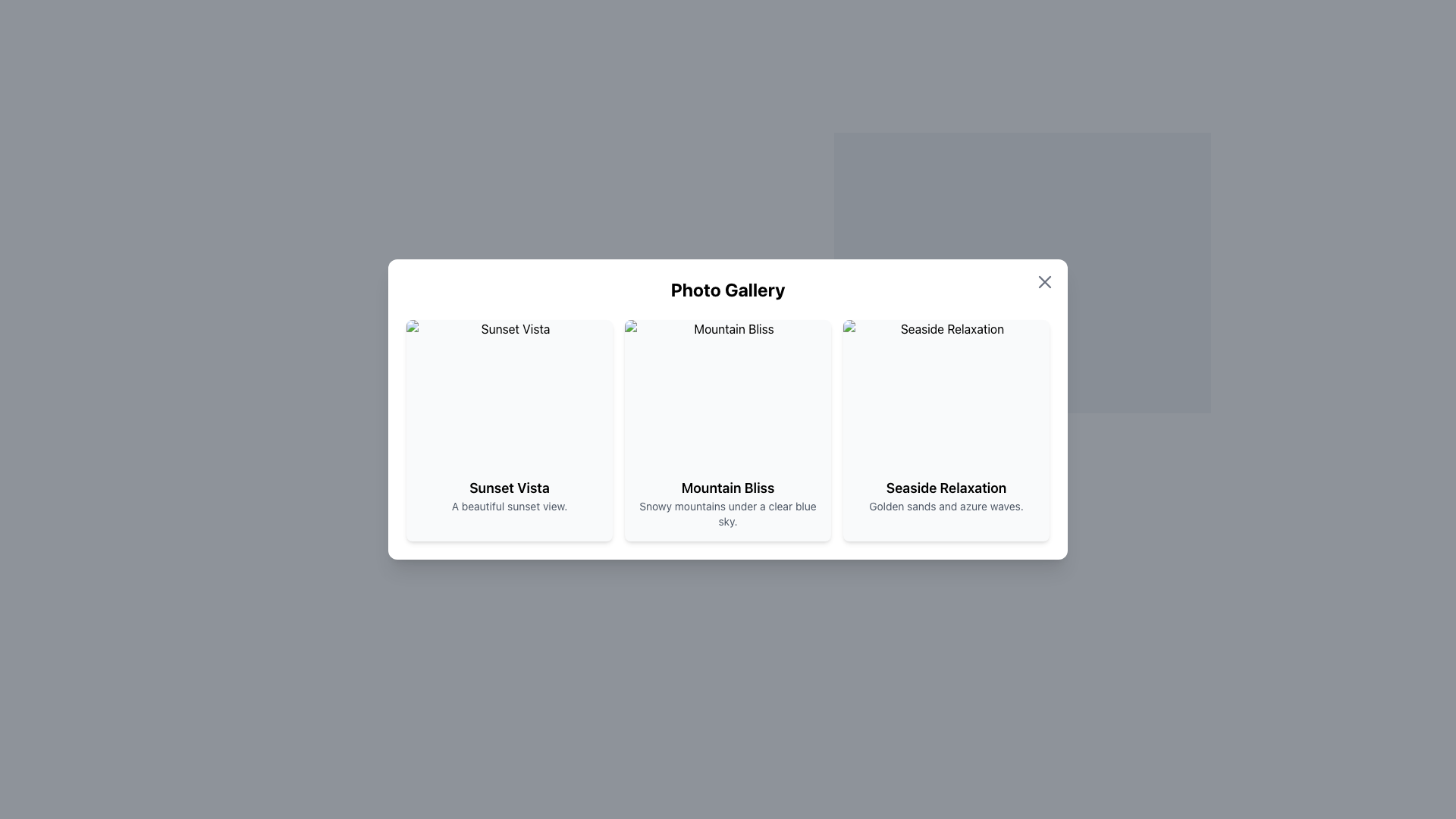 The width and height of the screenshot is (1456, 819). Describe the element at coordinates (1043, 281) in the screenshot. I see `the close button in the top-right corner of the 'Photo Gallery' dialog box to change its color` at that location.